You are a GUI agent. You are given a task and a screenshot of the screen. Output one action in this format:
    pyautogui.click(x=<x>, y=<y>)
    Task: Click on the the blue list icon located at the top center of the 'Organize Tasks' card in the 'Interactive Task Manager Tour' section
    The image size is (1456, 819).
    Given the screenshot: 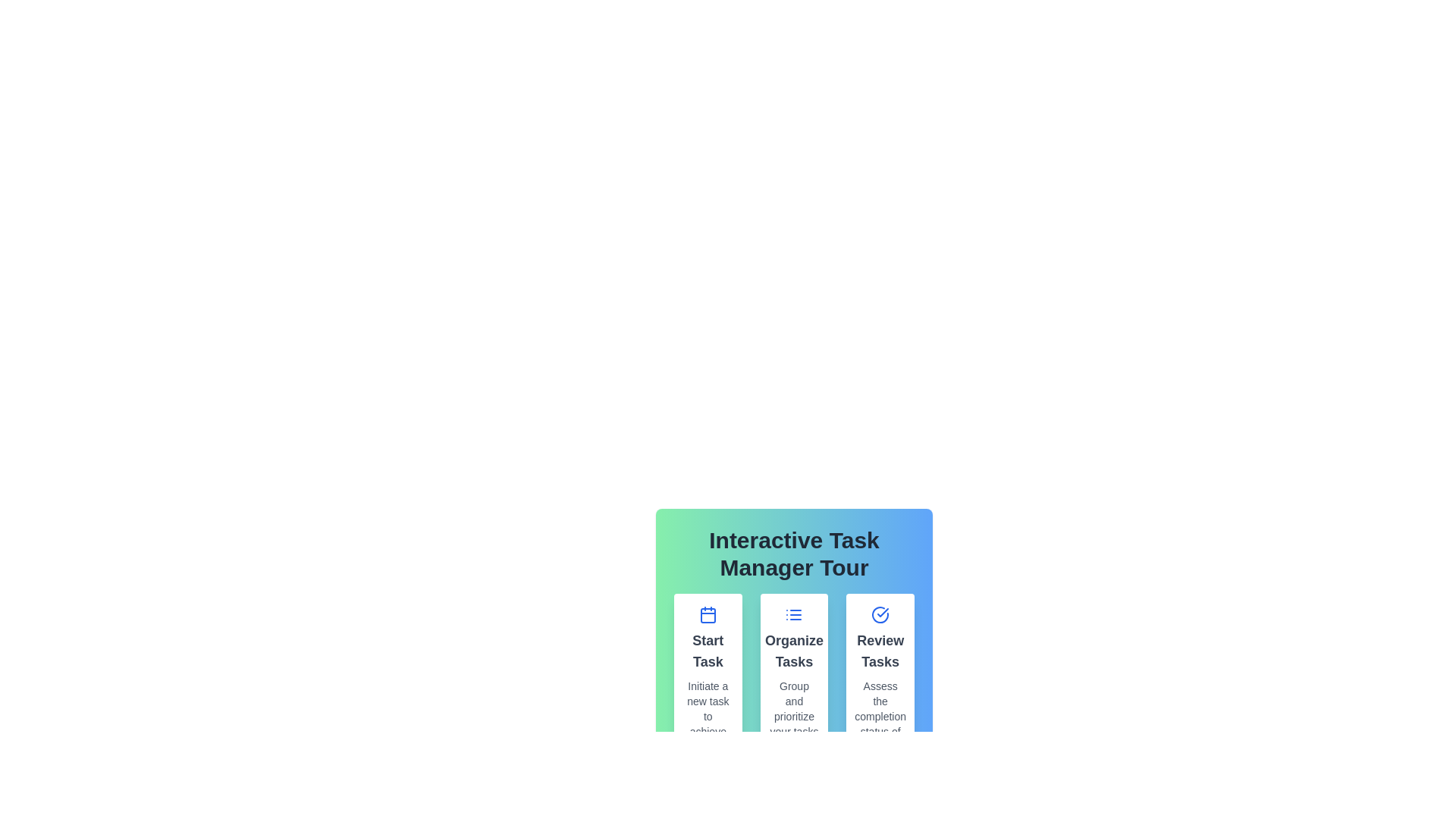 What is the action you would take?
    pyautogui.click(x=793, y=614)
    